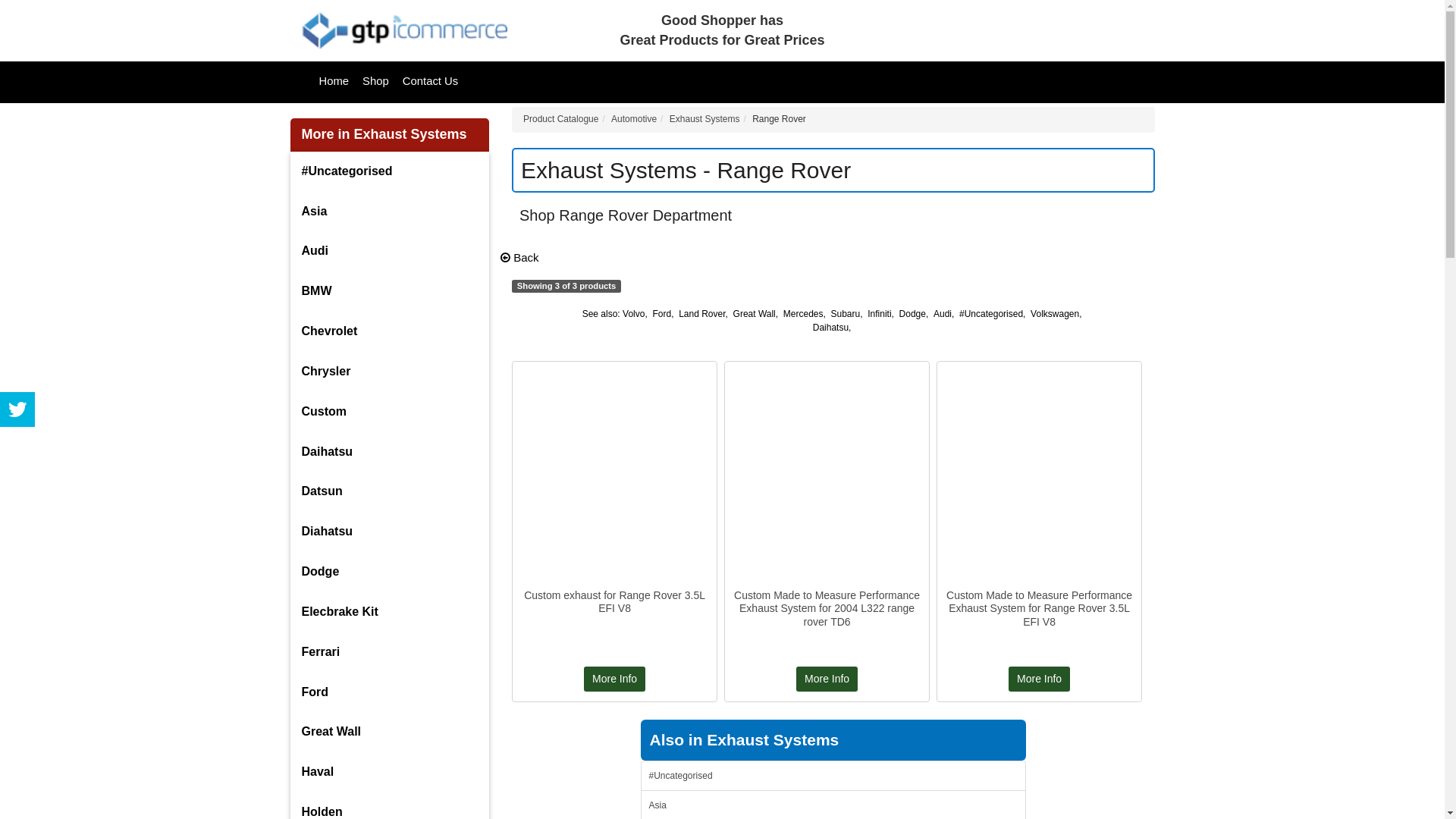 The image size is (1456, 819). Describe the element at coordinates (389, 331) in the screenshot. I see `'Chevrolet'` at that location.